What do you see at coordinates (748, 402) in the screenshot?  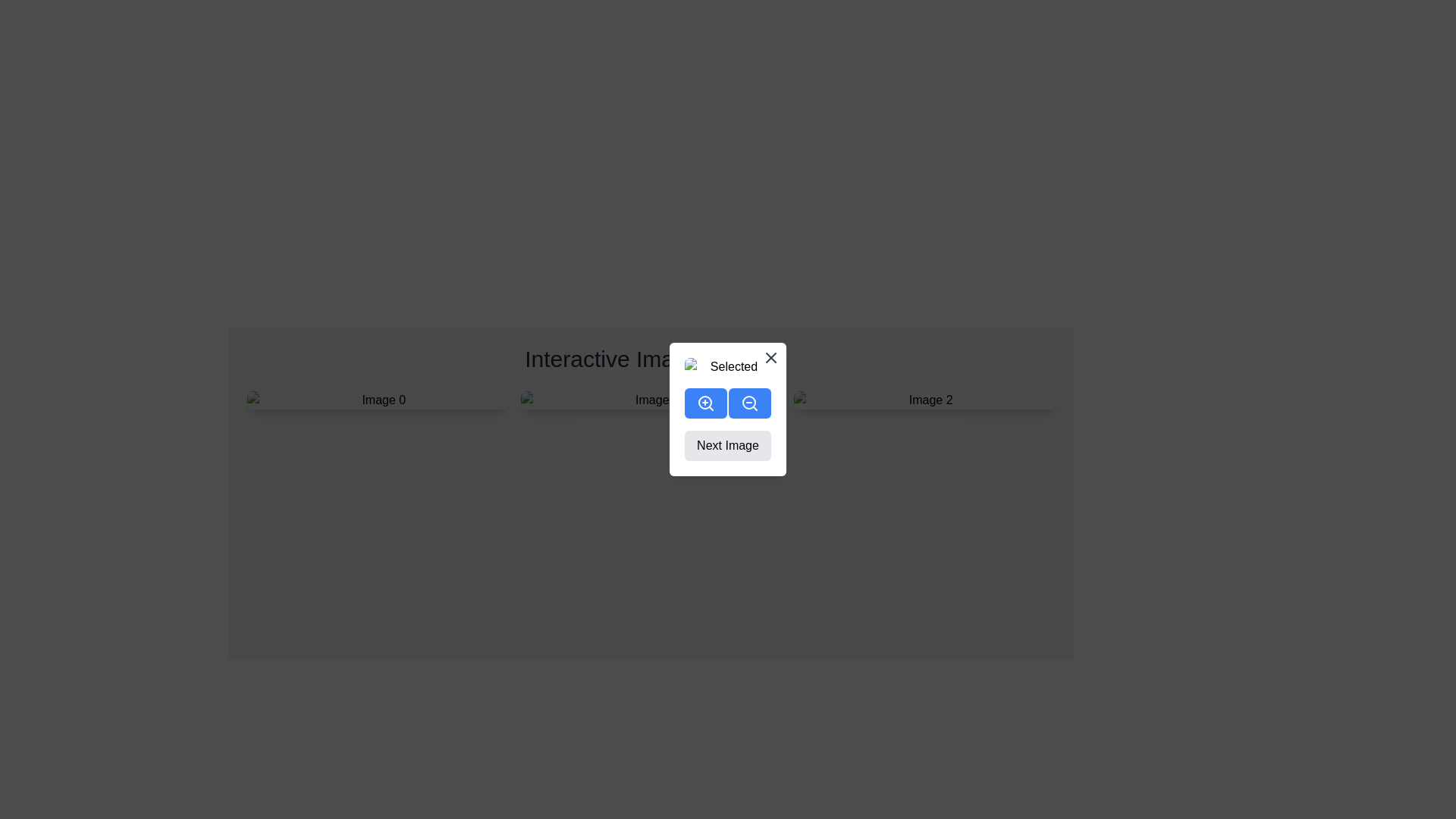 I see `the circular graphical component of the magnifying glass with a minus symbol` at bounding box center [748, 402].